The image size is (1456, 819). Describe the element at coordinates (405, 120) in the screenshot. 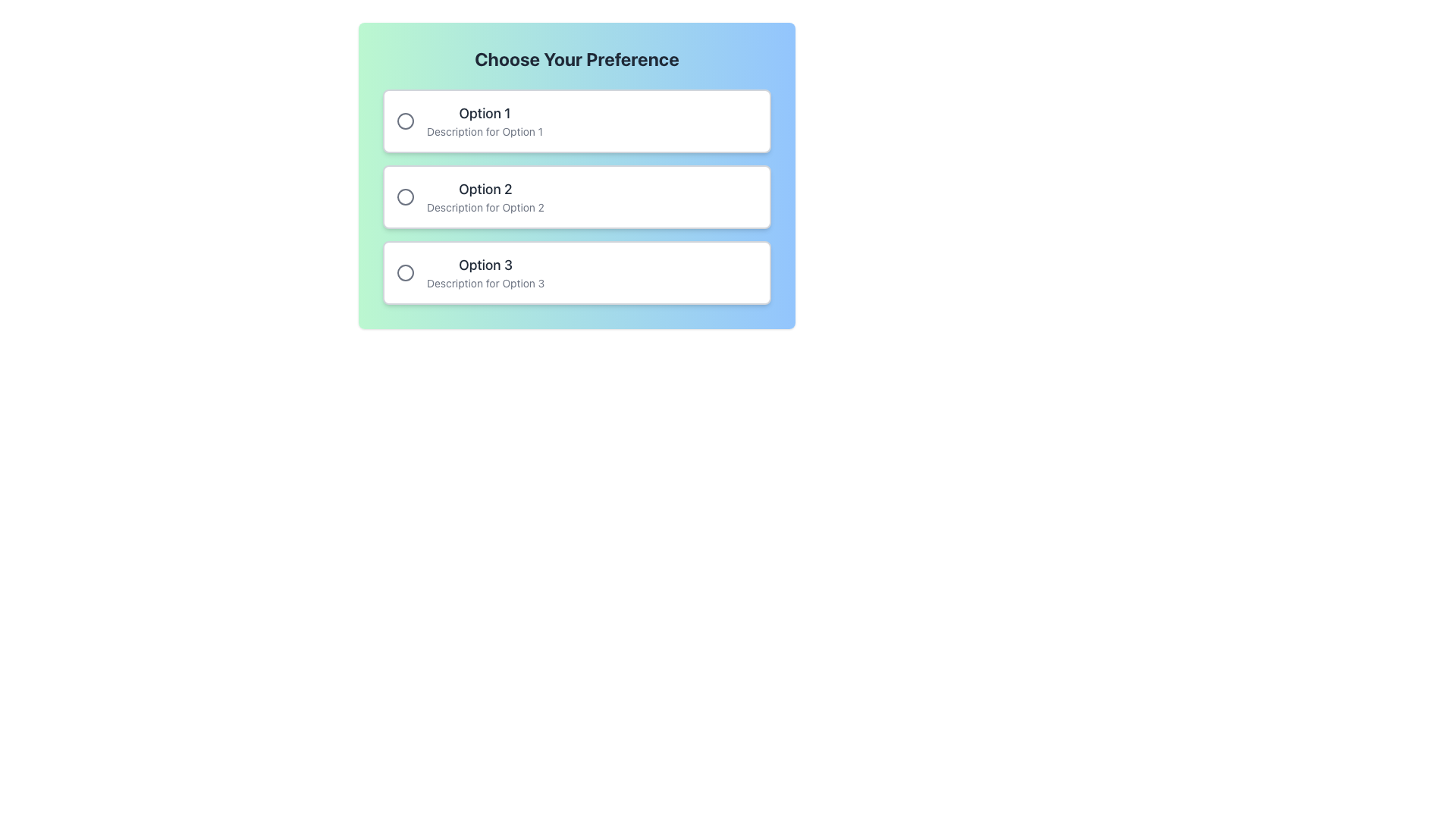

I see `the center of the circular SVG graphic element associated with 'Option 1' in the multiple-choice interface` at that location.